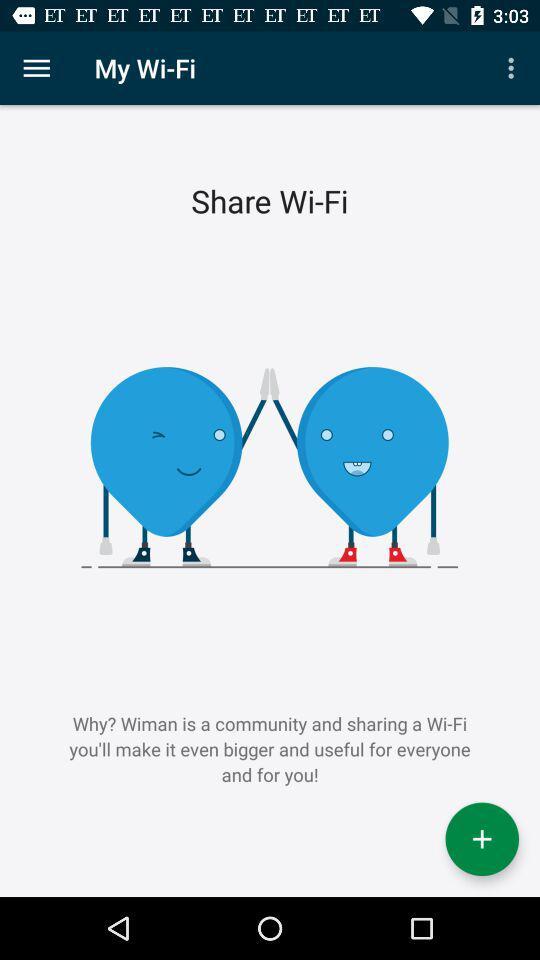 Image resolution: width=540 pixels, height=960 pixels. What do you see at coordinates (481, 839) in the screenshot?
I see `the icon at the bottom right corner` at bounding box center [481, 839].